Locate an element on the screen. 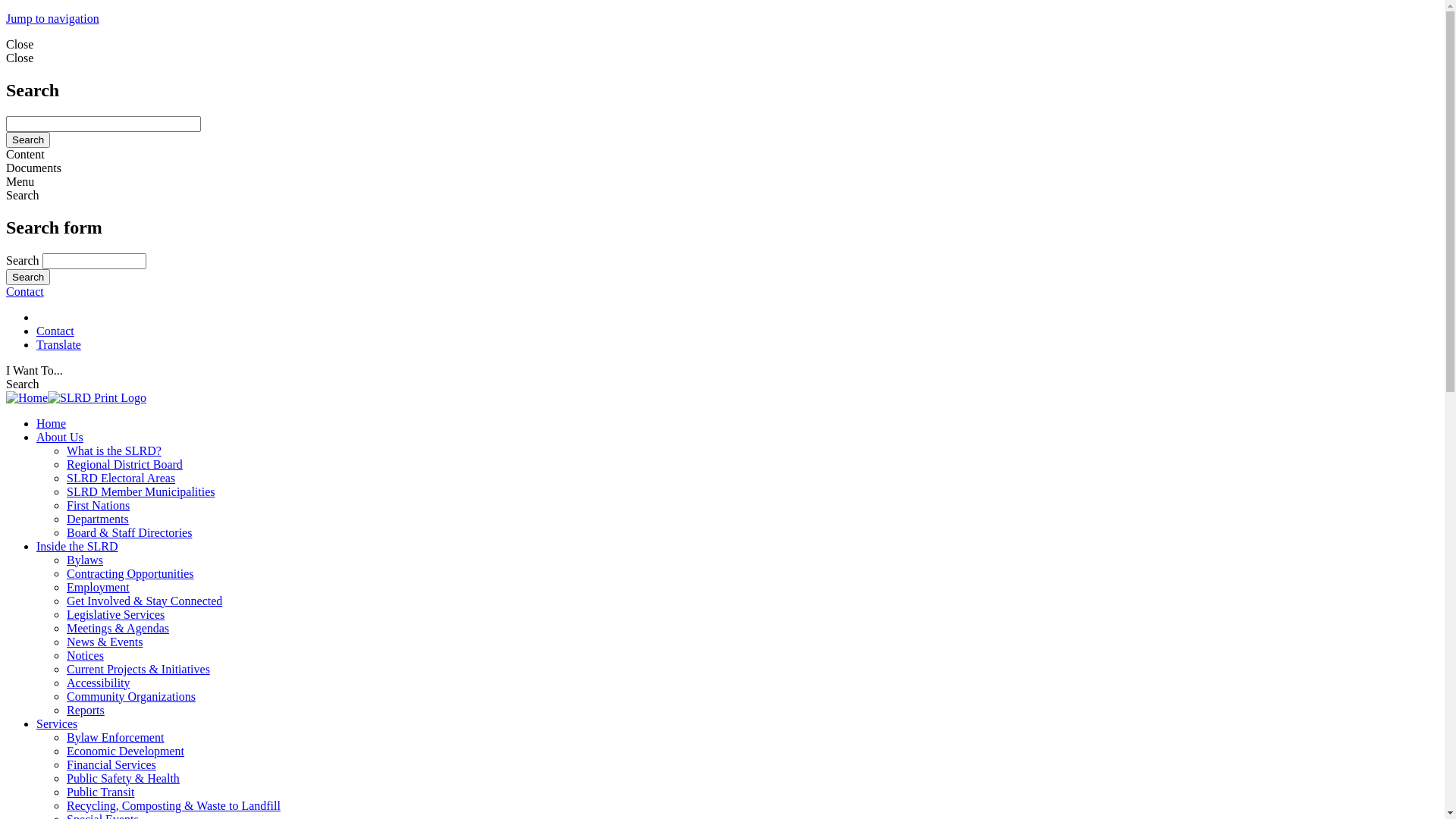  'Departments' is located at coordinates (97, 518).